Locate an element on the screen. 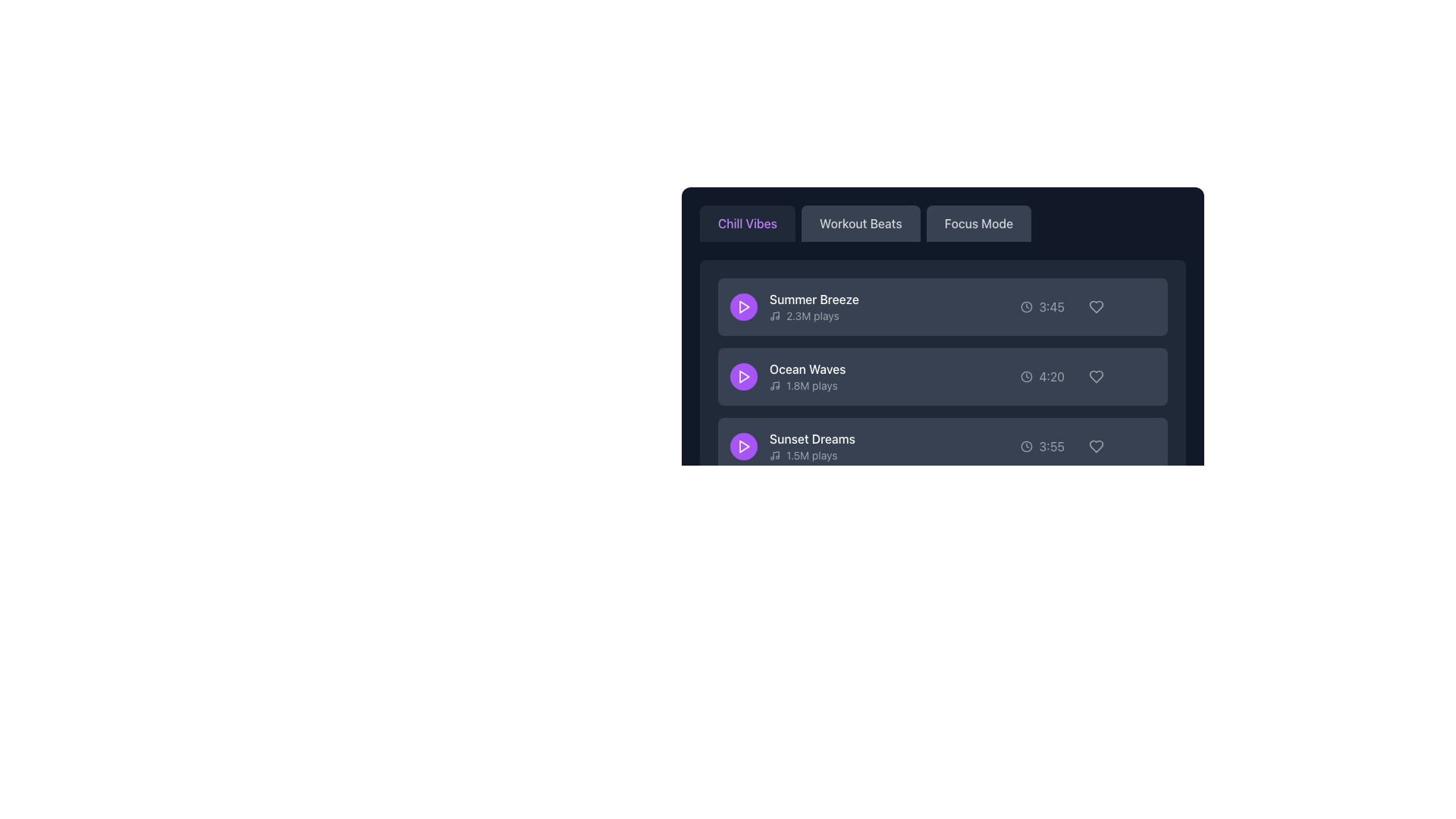  the second button in the horizontal group of three buttons at the top of the interface is located at coordinates (861, 223).